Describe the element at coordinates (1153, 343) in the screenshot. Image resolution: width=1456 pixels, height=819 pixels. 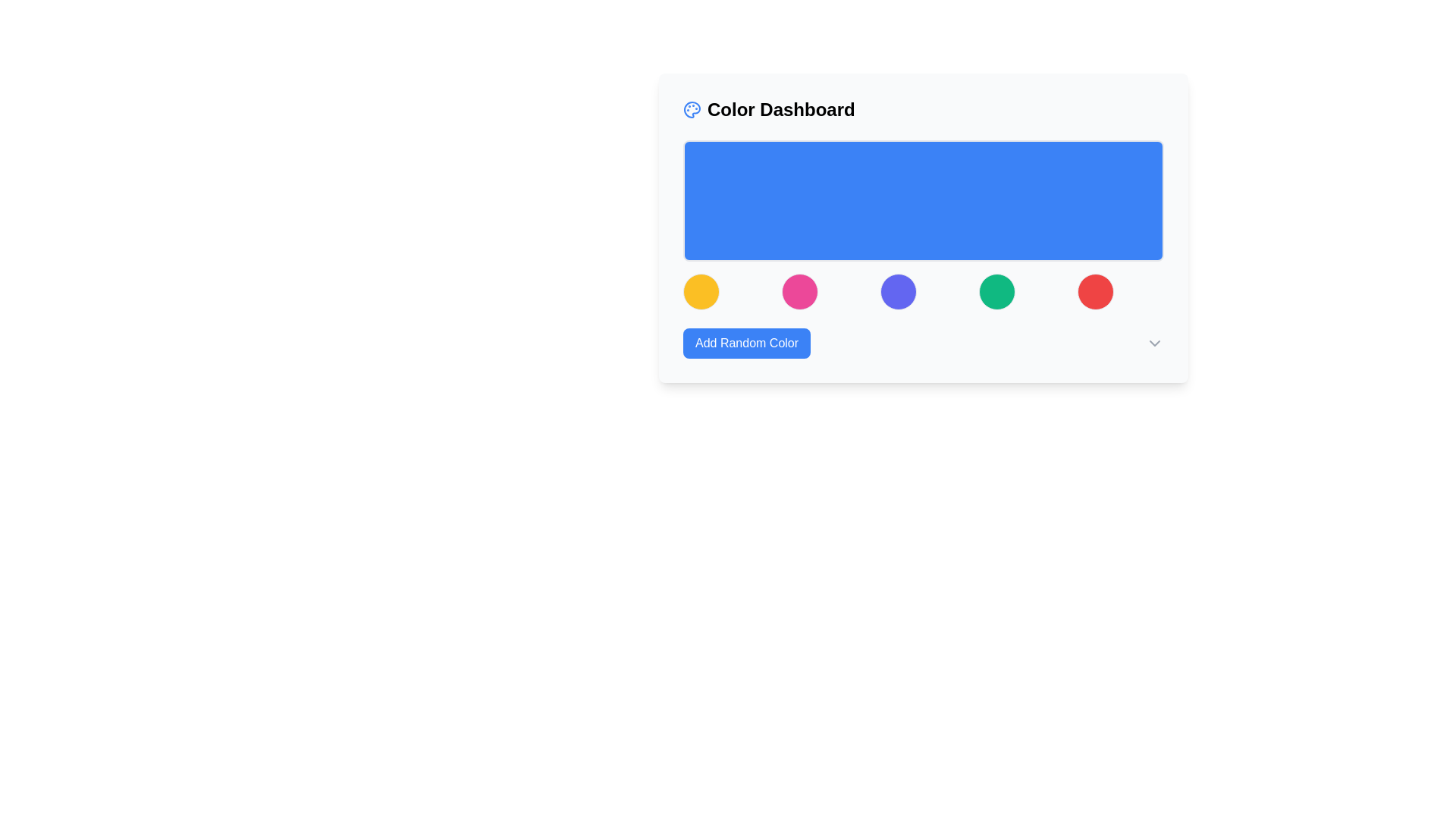
I see `the SVG Icon located at the bottom-right of the layout, next to the 'Add Random Color' button` at that location.